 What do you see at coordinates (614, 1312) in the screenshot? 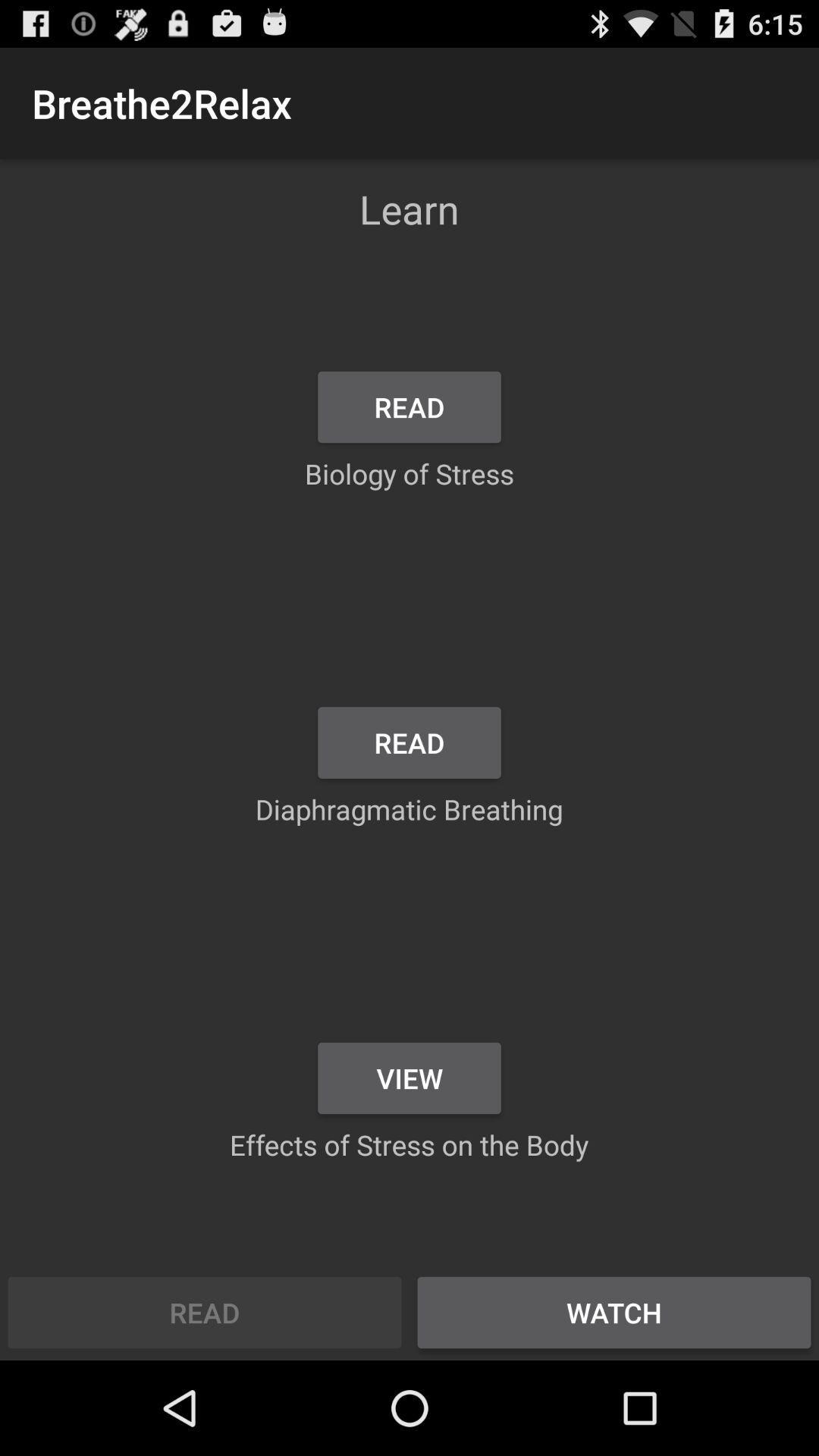
I see `the icon below effects of stress app` at bounding box center [614, 1312].